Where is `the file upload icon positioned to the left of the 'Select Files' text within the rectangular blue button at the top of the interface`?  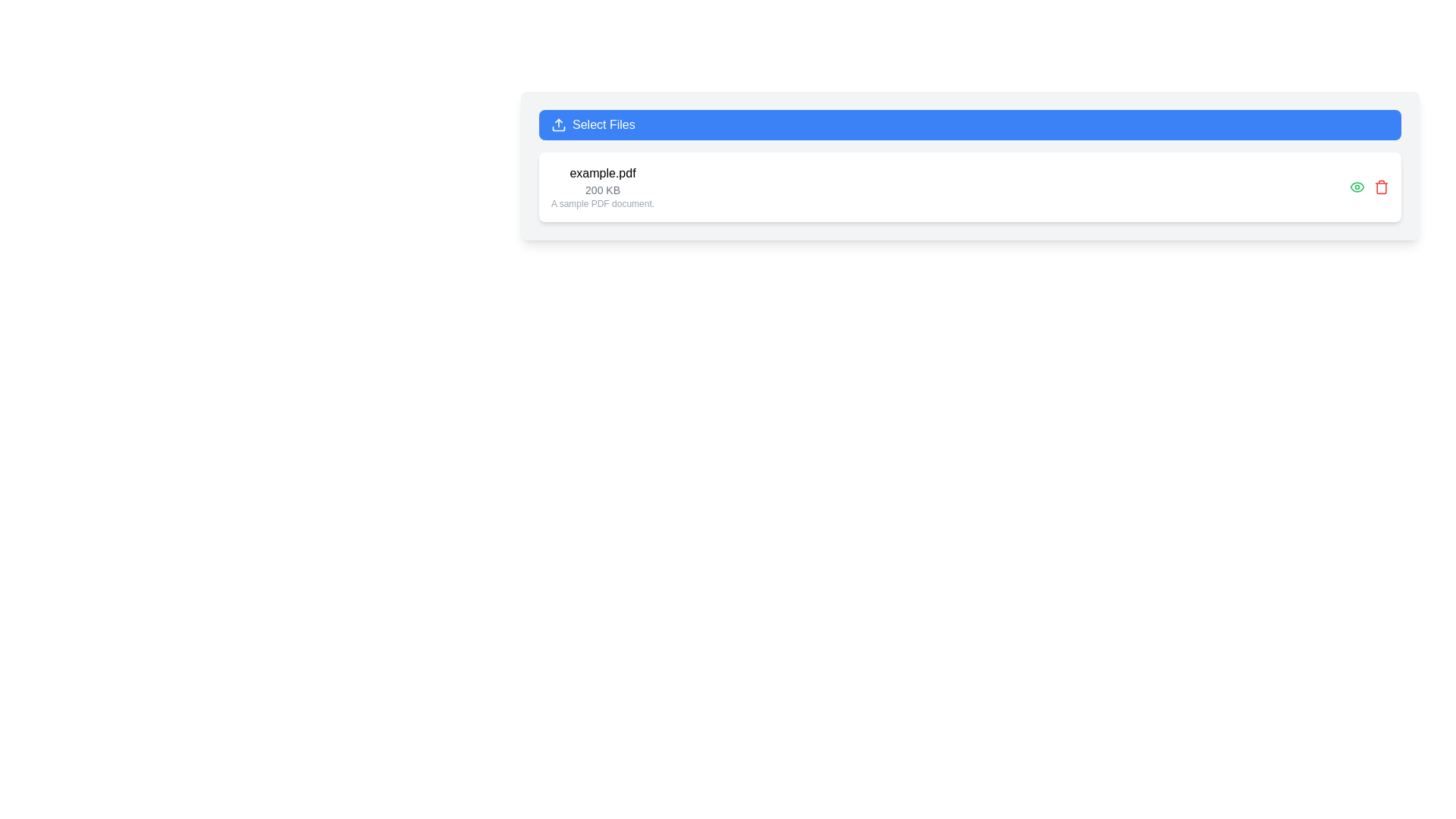
the file upload icon positioned to the left of the 'Select Files' text within the rectangular blue button at the top of the interface is located at coordinates (558, 124).